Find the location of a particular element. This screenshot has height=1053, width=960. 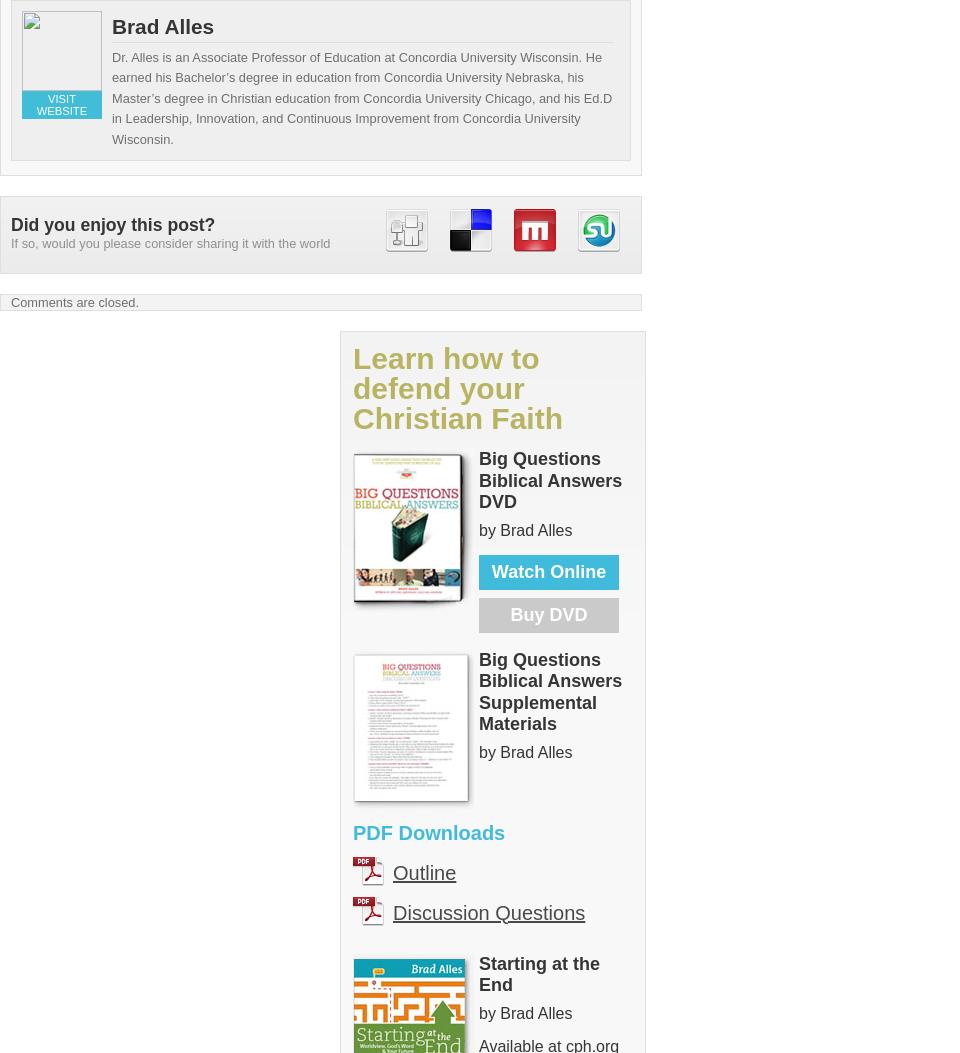

'Discussion Questions' is located at coordinates (488, 911).